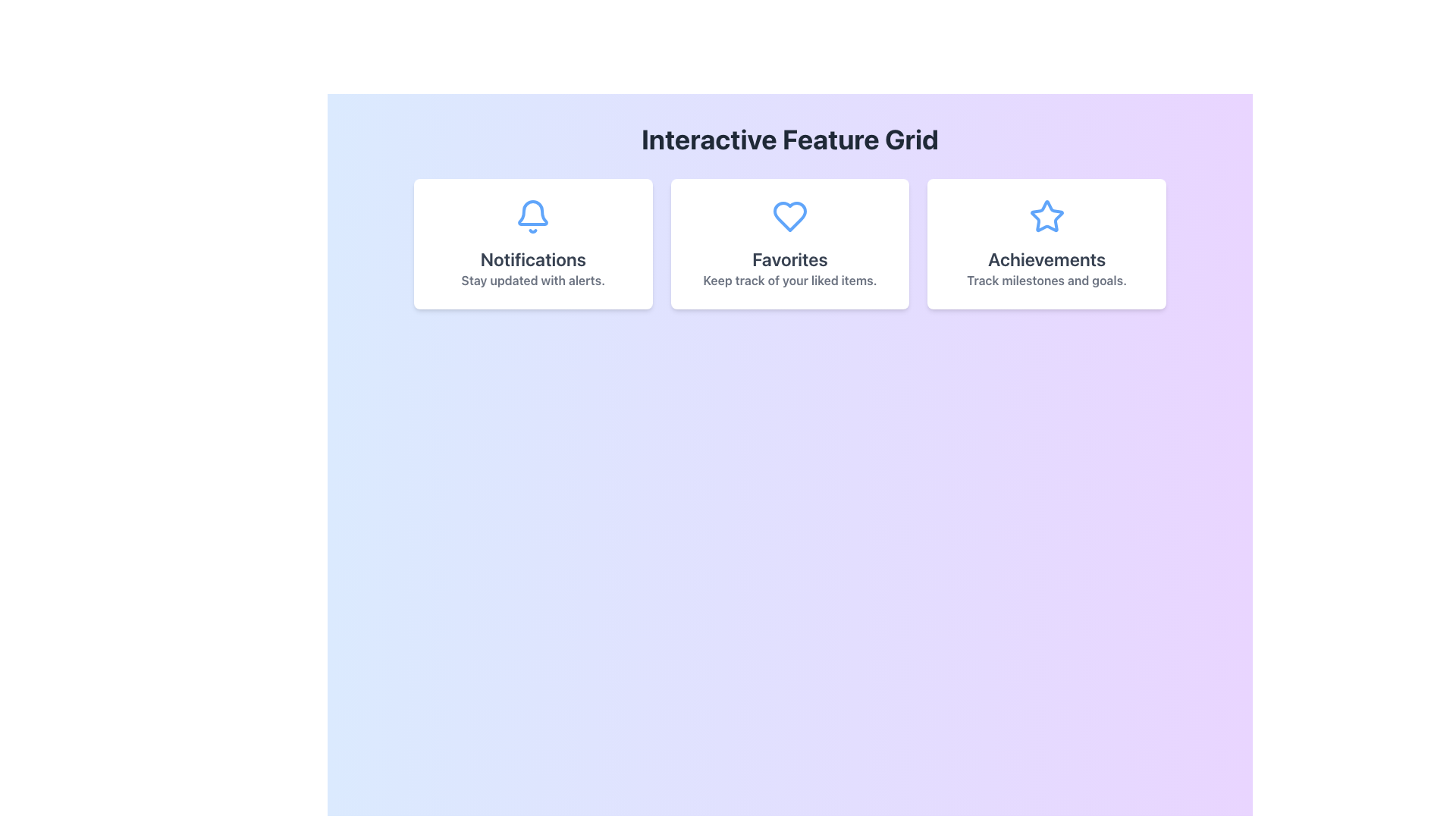 The width and height of the screenshot is (1456, 819). Describe the element at coordinates (533, 213) in the screenshot. I see `the bell icon in the Notifications card, which is a vector illustration with a rounded shape and clapper, styled in a blue color to represent notifications` at that location.